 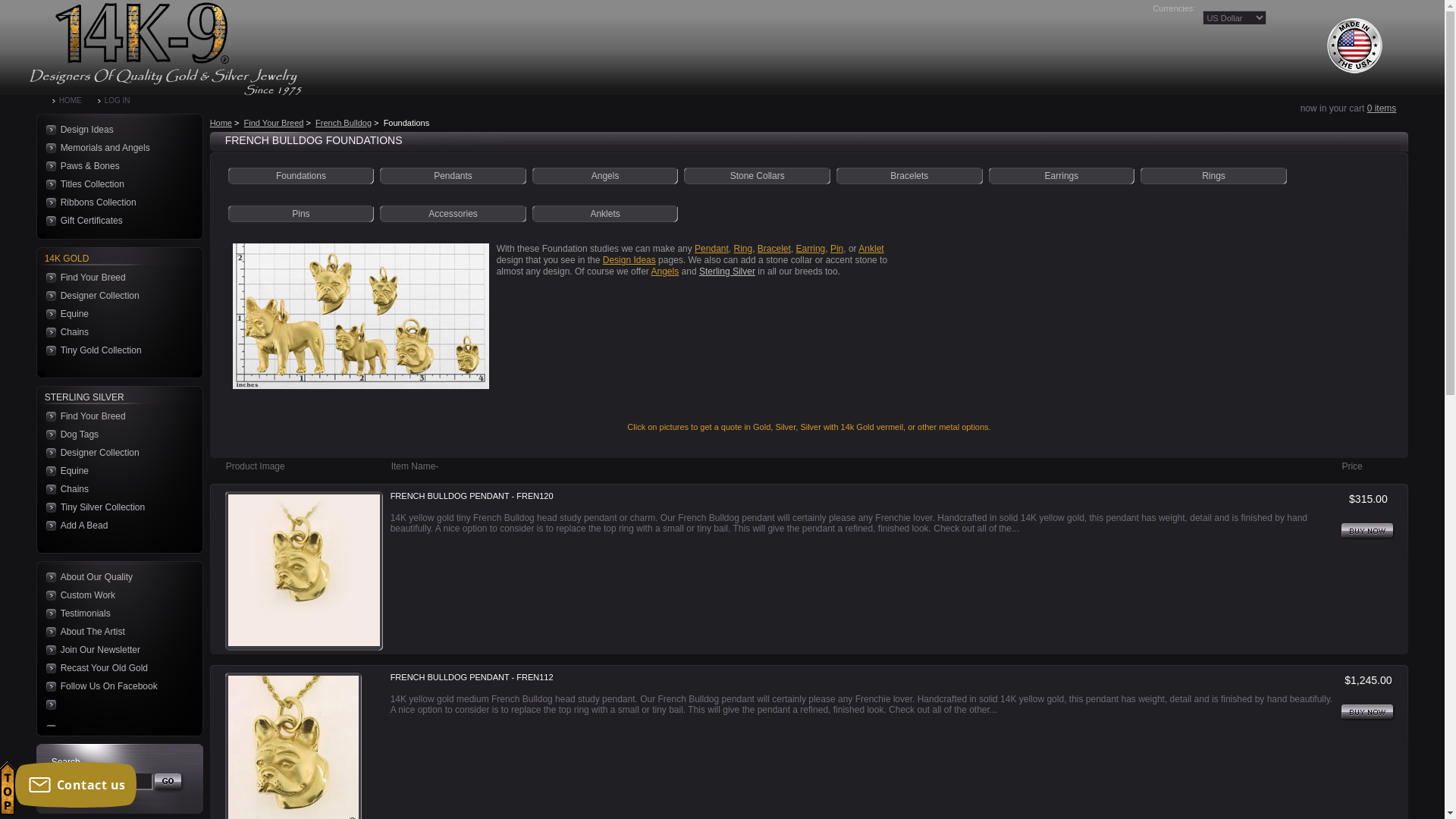 What do you see at coordinates (115, 278) in the screenshot?
I see `'Find Your Breed'` at bounding box center [115, 278].